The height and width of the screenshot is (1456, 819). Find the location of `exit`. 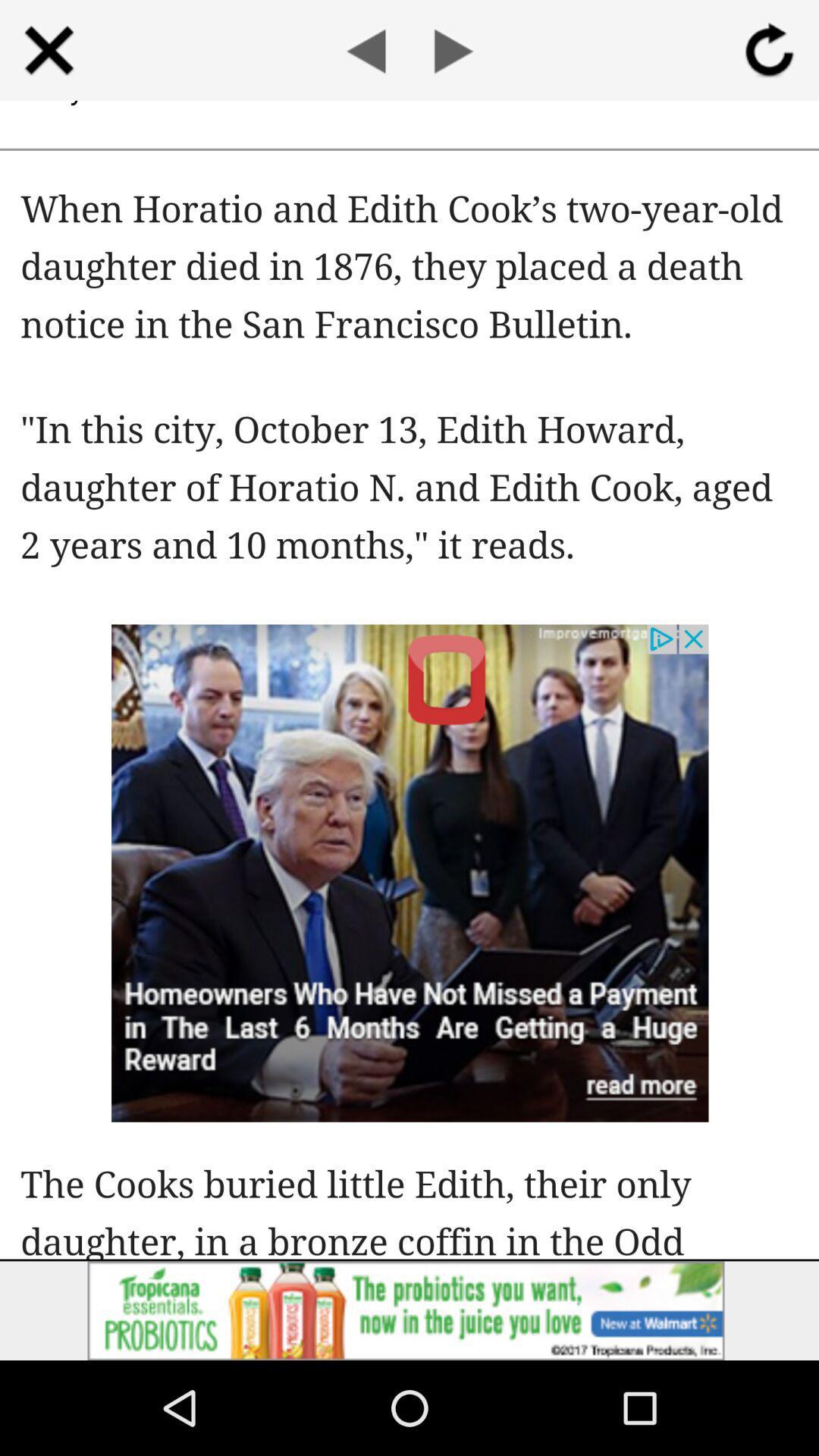

exit is located at coordinates (48, 50).